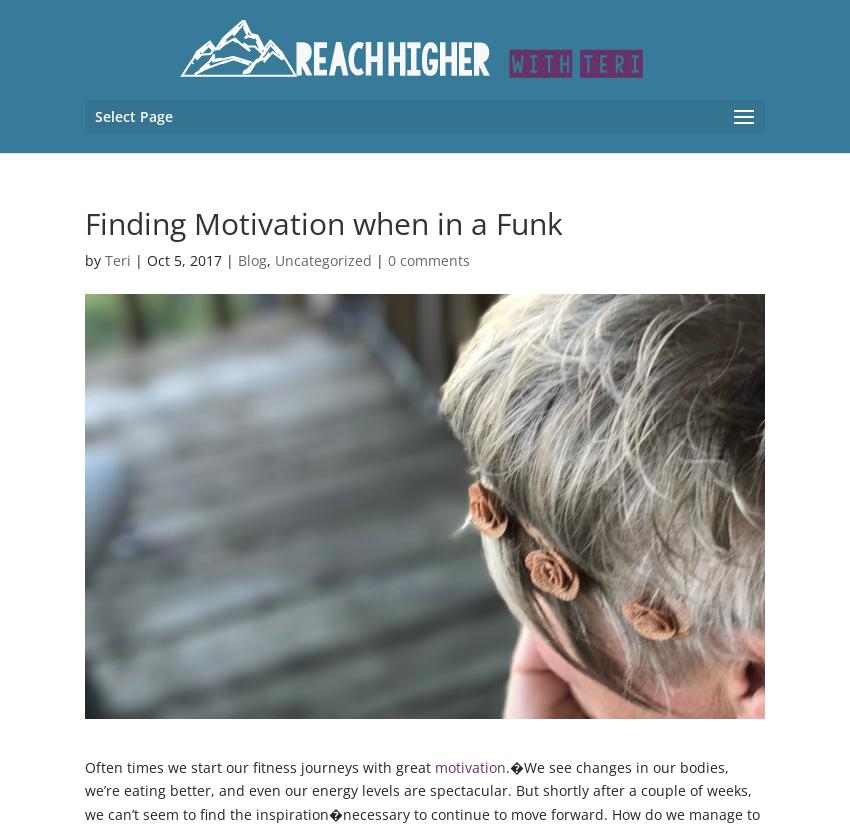  Describe the element at coordinates (427, 260) in the screenshot. I see `'0 comments'` at that location.